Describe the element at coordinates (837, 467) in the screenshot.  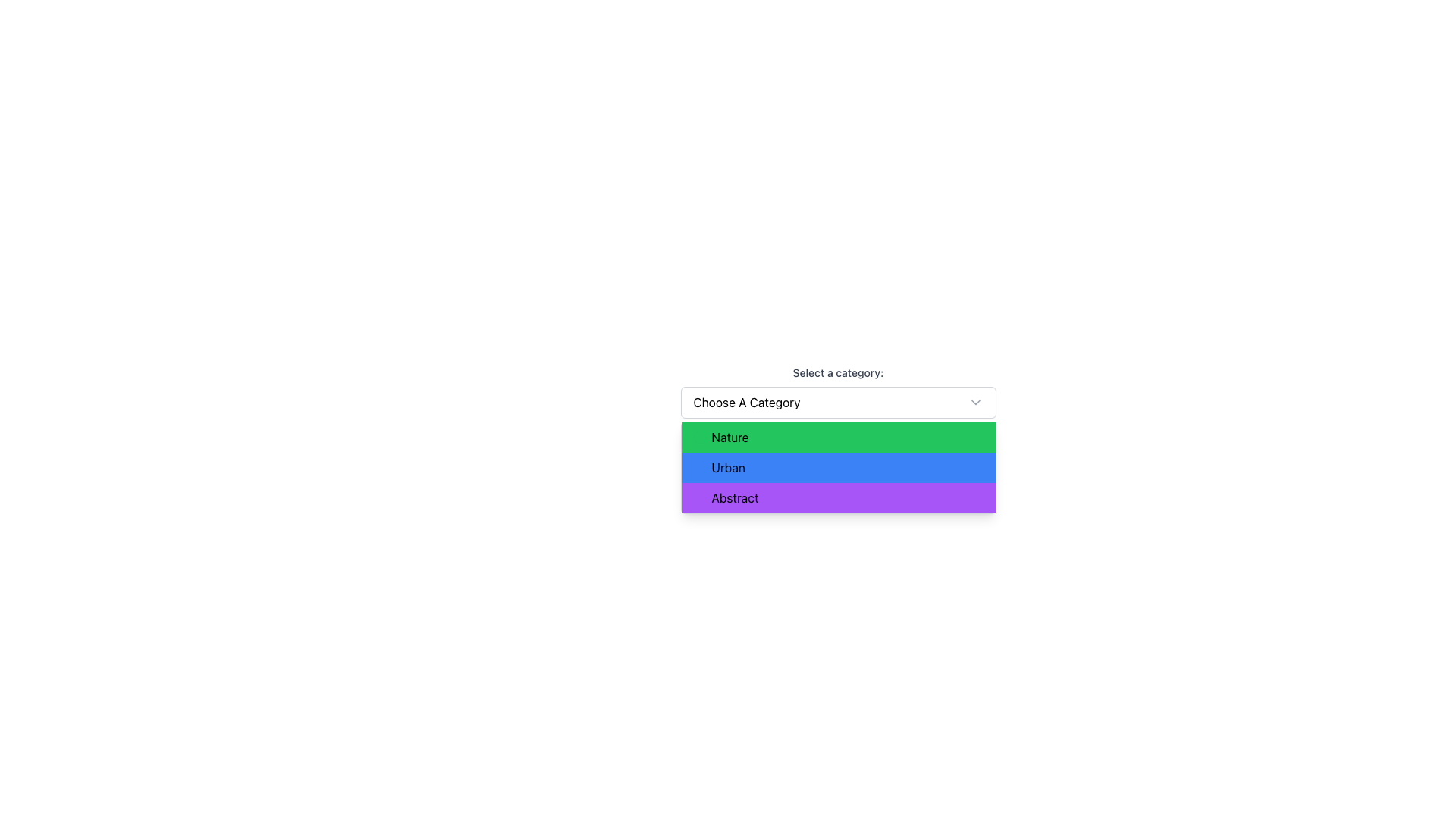
I see `the 'Urban' category option in the dropdown menu, which is the second item in a vertical list, positioned between 'Nature' and 'Abstract'` at that location.